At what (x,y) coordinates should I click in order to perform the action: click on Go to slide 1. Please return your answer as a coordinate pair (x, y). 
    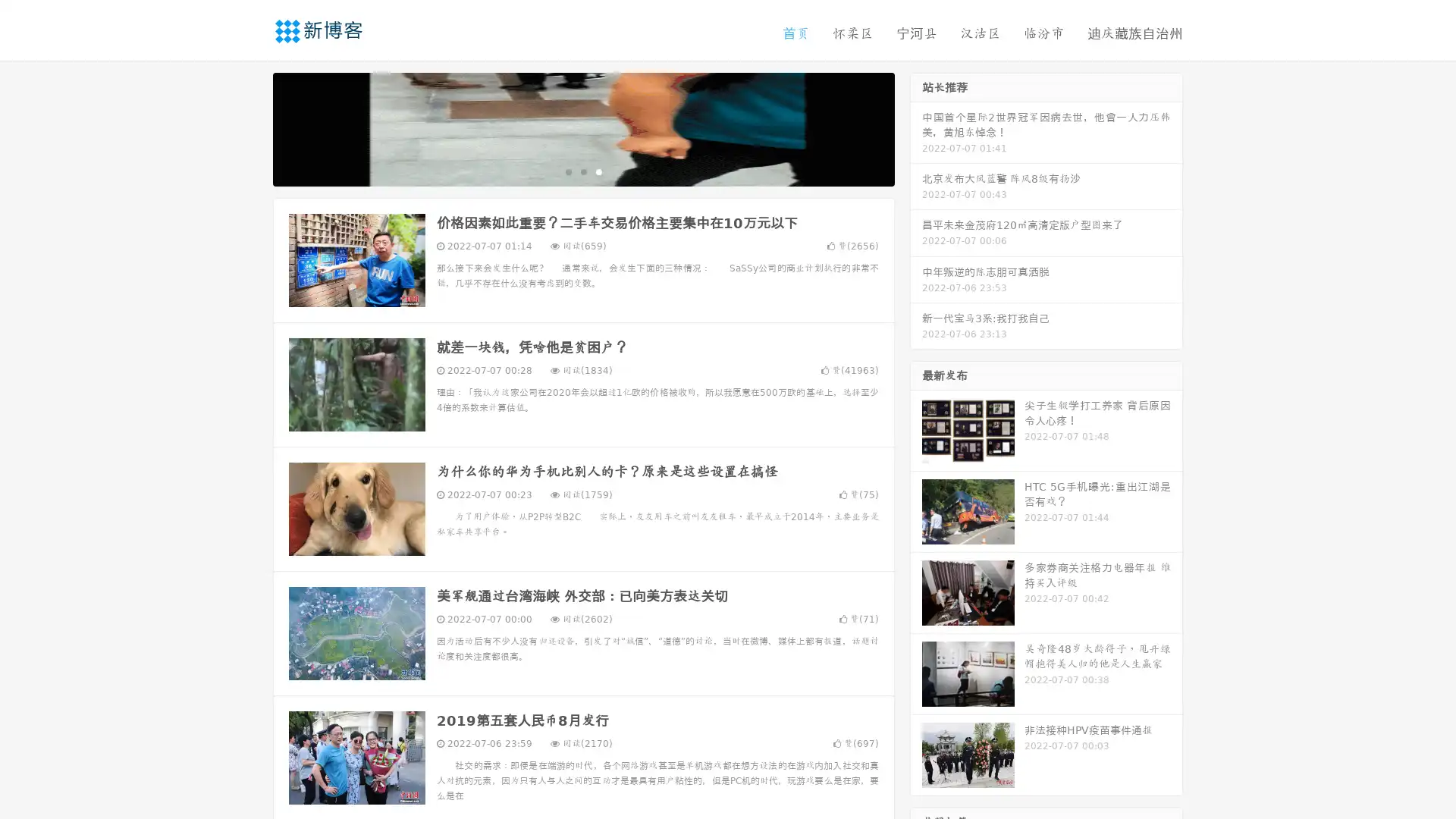
    Looking at the image, I should click on (567, 171).